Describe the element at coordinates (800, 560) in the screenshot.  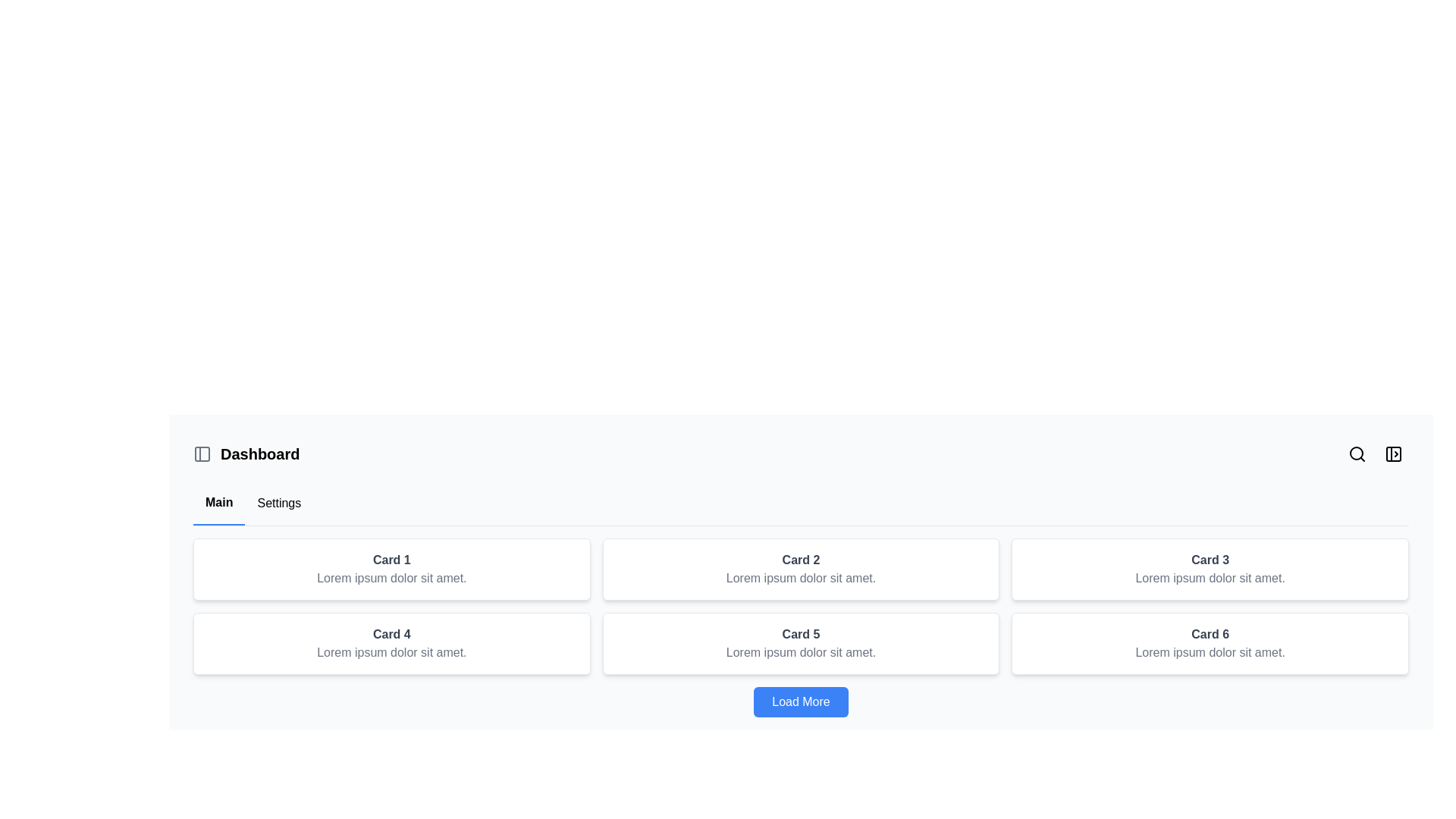
I see `the text label that serves as the title of the card, located in the top row, second column of a grid layout between 'Card 1' and 'Card 3'` at that location.